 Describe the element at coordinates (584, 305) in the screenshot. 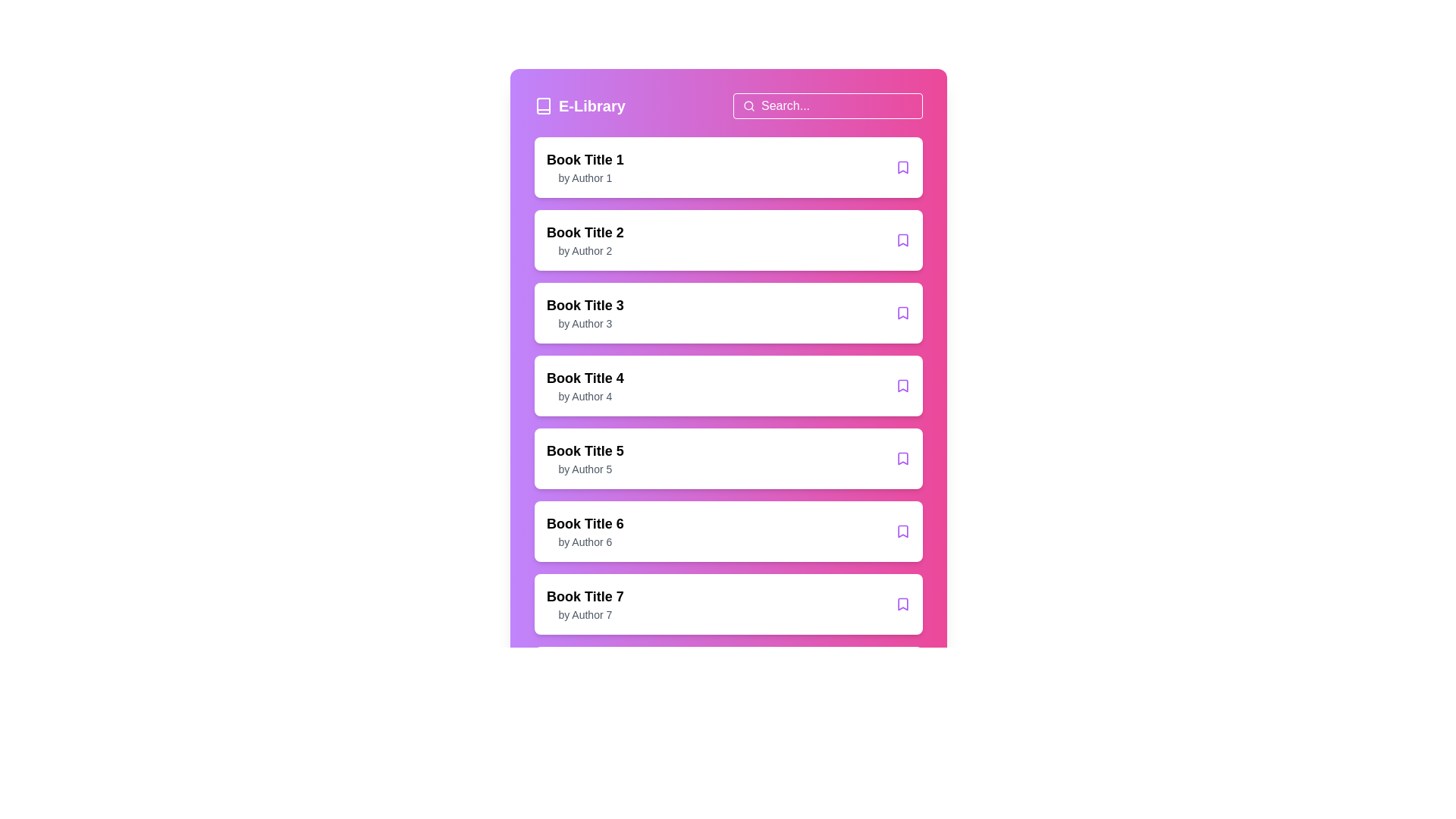

I see `the bold text label reading 'Book Title 3', which is the primary heading in the third card of a vertically stacked list of books` at that location.